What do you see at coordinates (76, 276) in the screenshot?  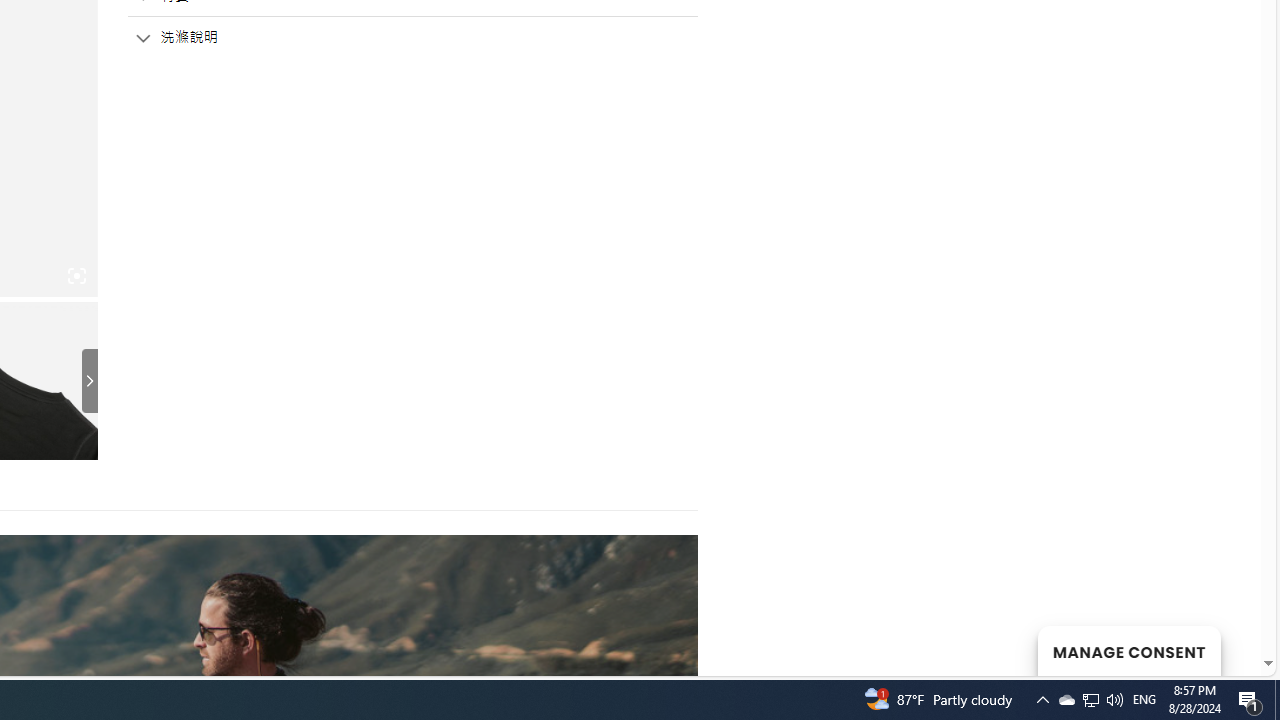 I see `'Class: iconic-woothumbs-fullscreen'` at bounding box center [76, 276].